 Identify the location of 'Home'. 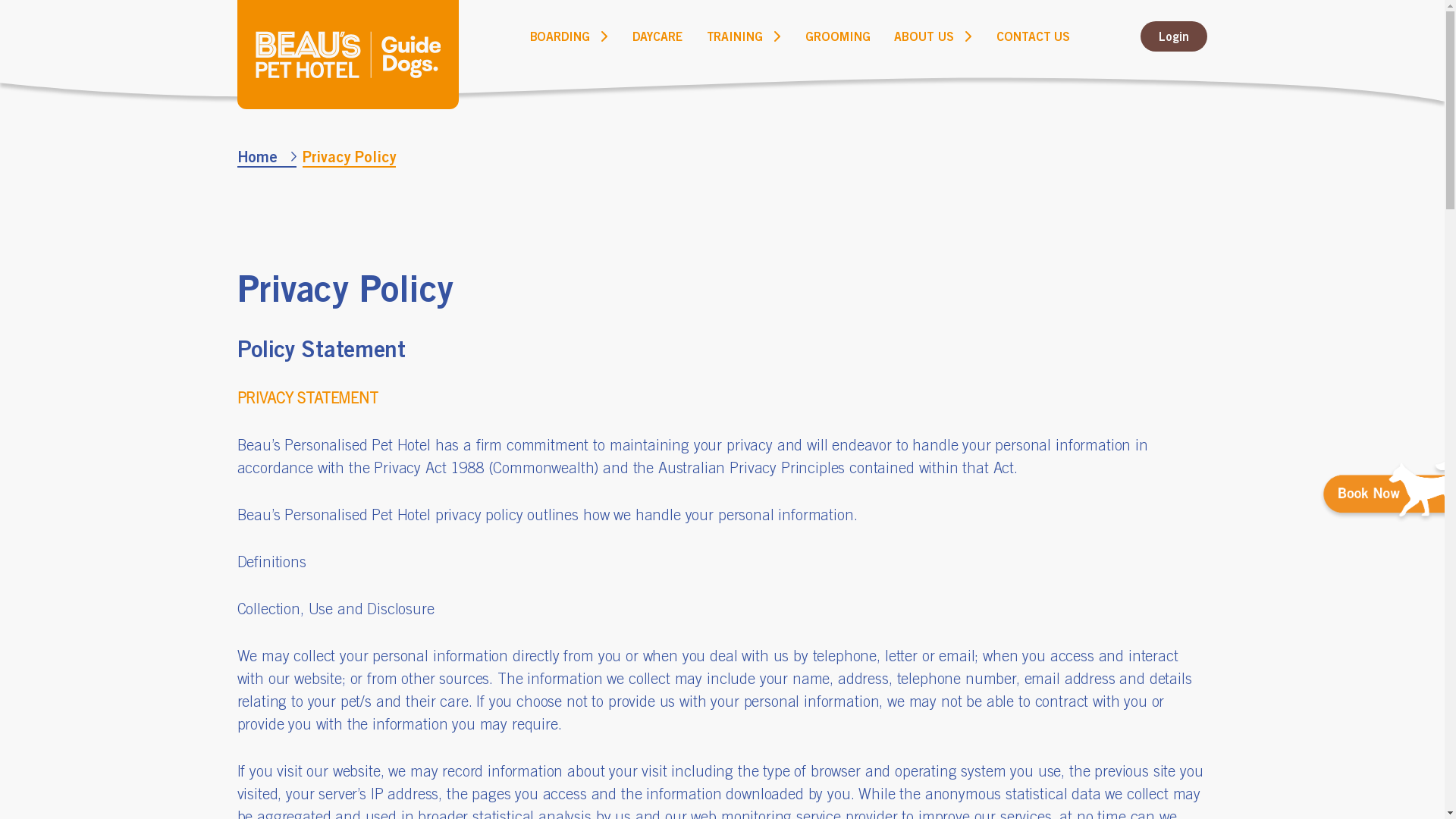
(236, 157).